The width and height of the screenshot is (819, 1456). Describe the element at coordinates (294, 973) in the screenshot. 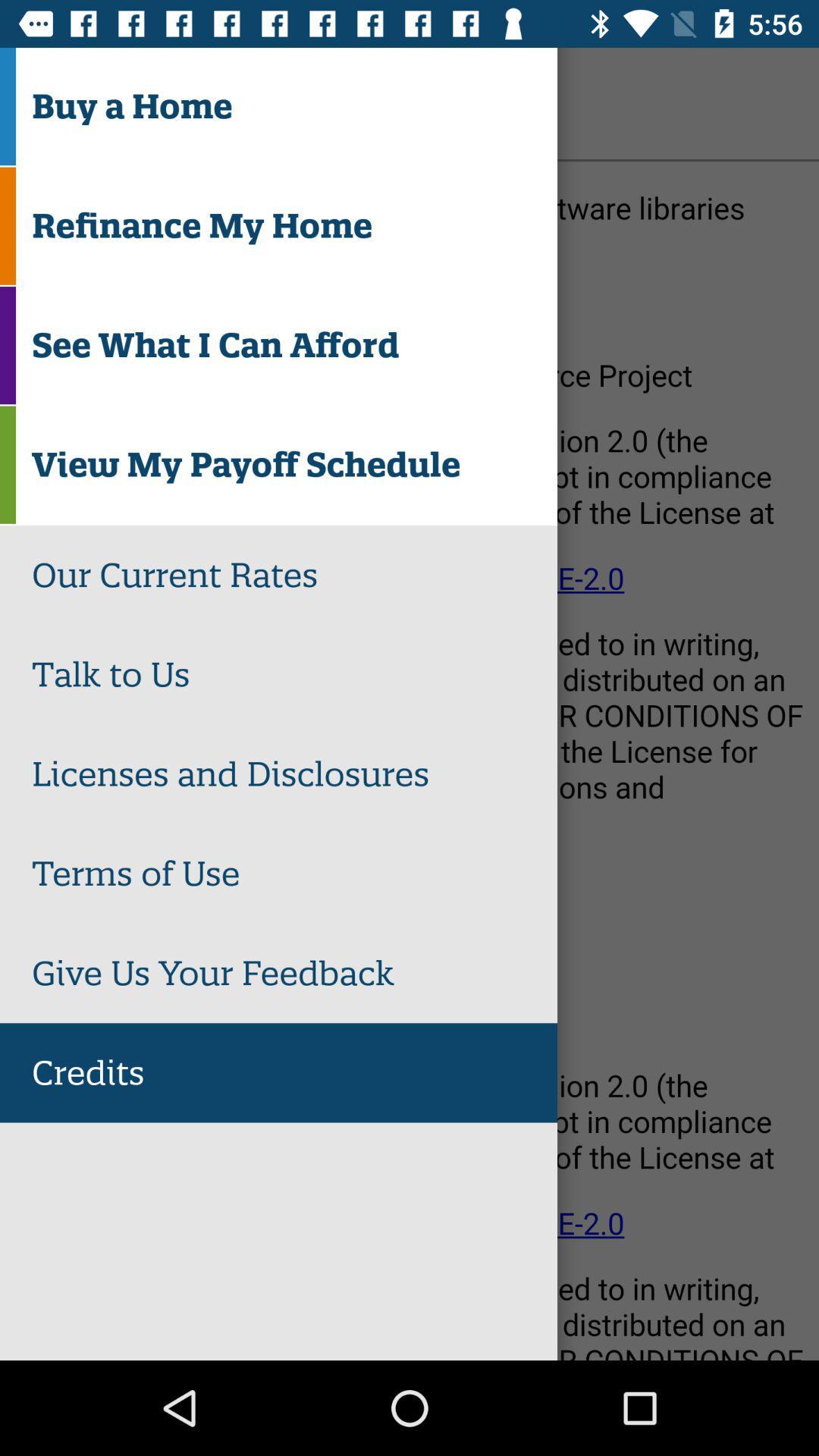

I see `icon below terms of use item` at that location.